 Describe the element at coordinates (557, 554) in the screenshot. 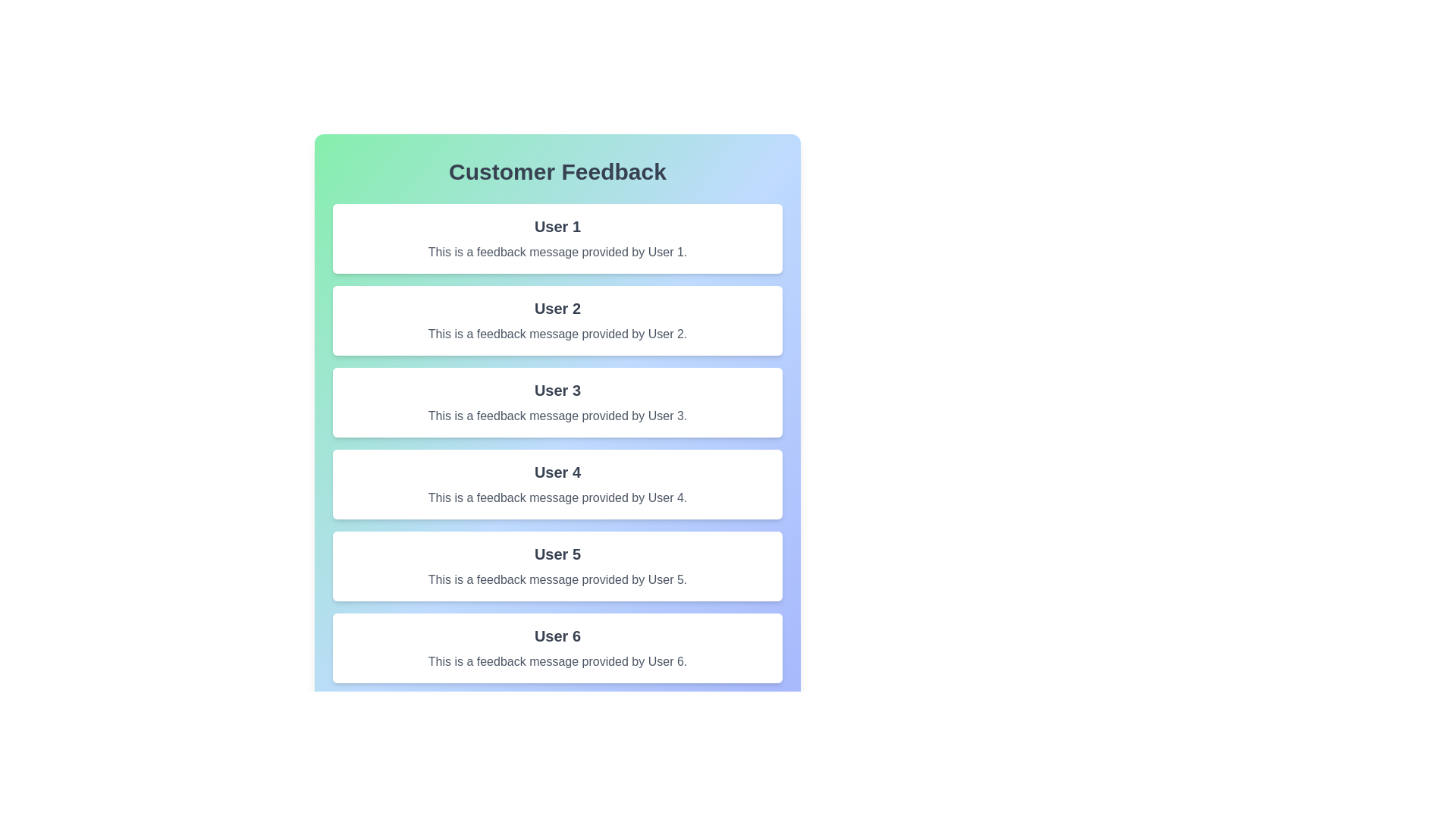

I see `the 'User 5' text label, which is styled in bold and large font, located at the top of the feedback message box in the 'Customer Feedback' list` at that location.